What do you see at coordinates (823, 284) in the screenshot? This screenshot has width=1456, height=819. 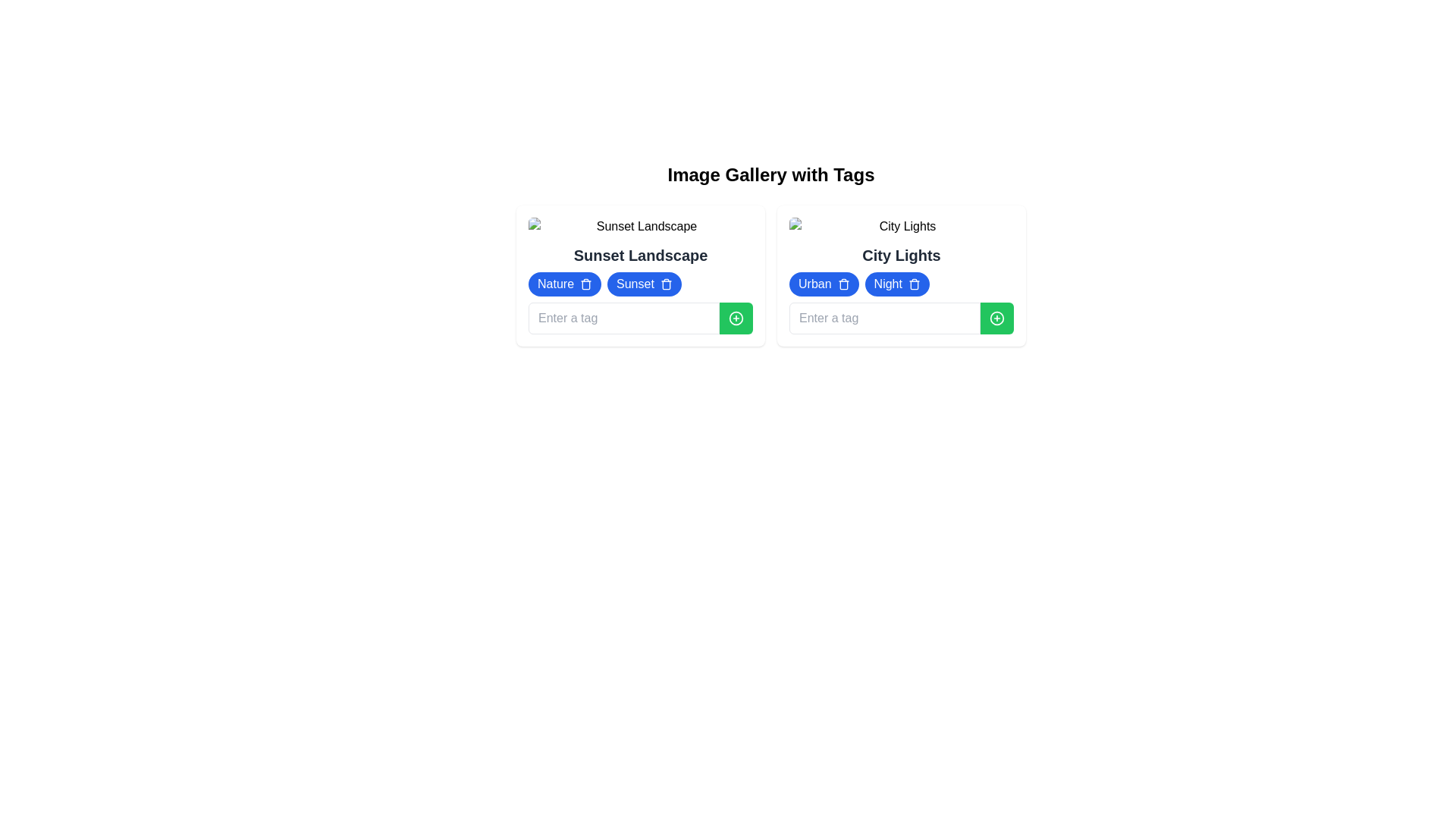 I see `the trash can icon` at bounding box center [823, 284].